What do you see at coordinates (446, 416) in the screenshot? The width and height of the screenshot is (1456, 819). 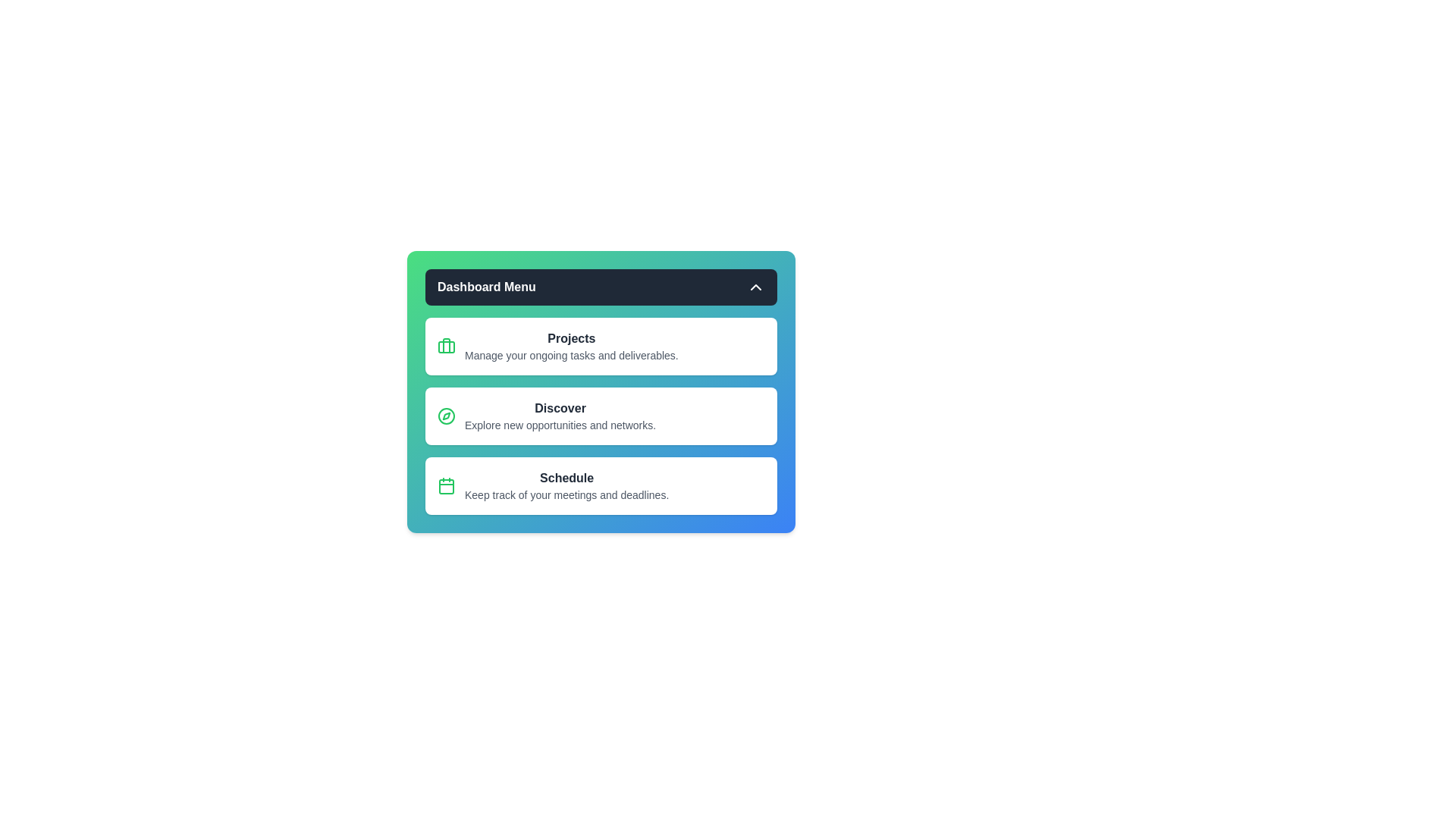 I see `the icon of the menu item corresponding to Discover` at bounding box center [446, 416].